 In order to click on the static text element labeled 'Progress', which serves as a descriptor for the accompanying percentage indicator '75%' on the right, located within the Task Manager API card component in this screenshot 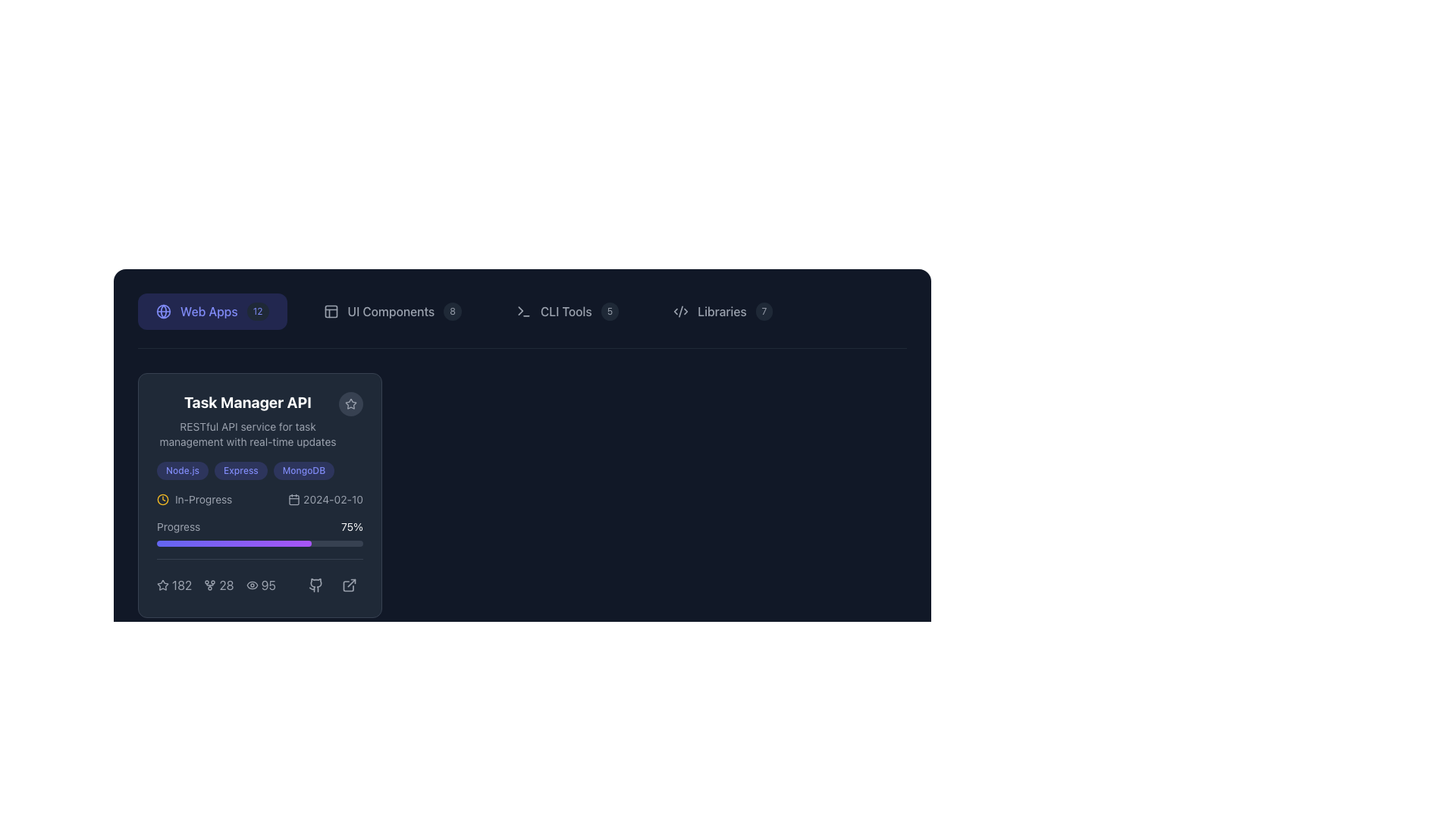, I will do `click(178, 526)`.